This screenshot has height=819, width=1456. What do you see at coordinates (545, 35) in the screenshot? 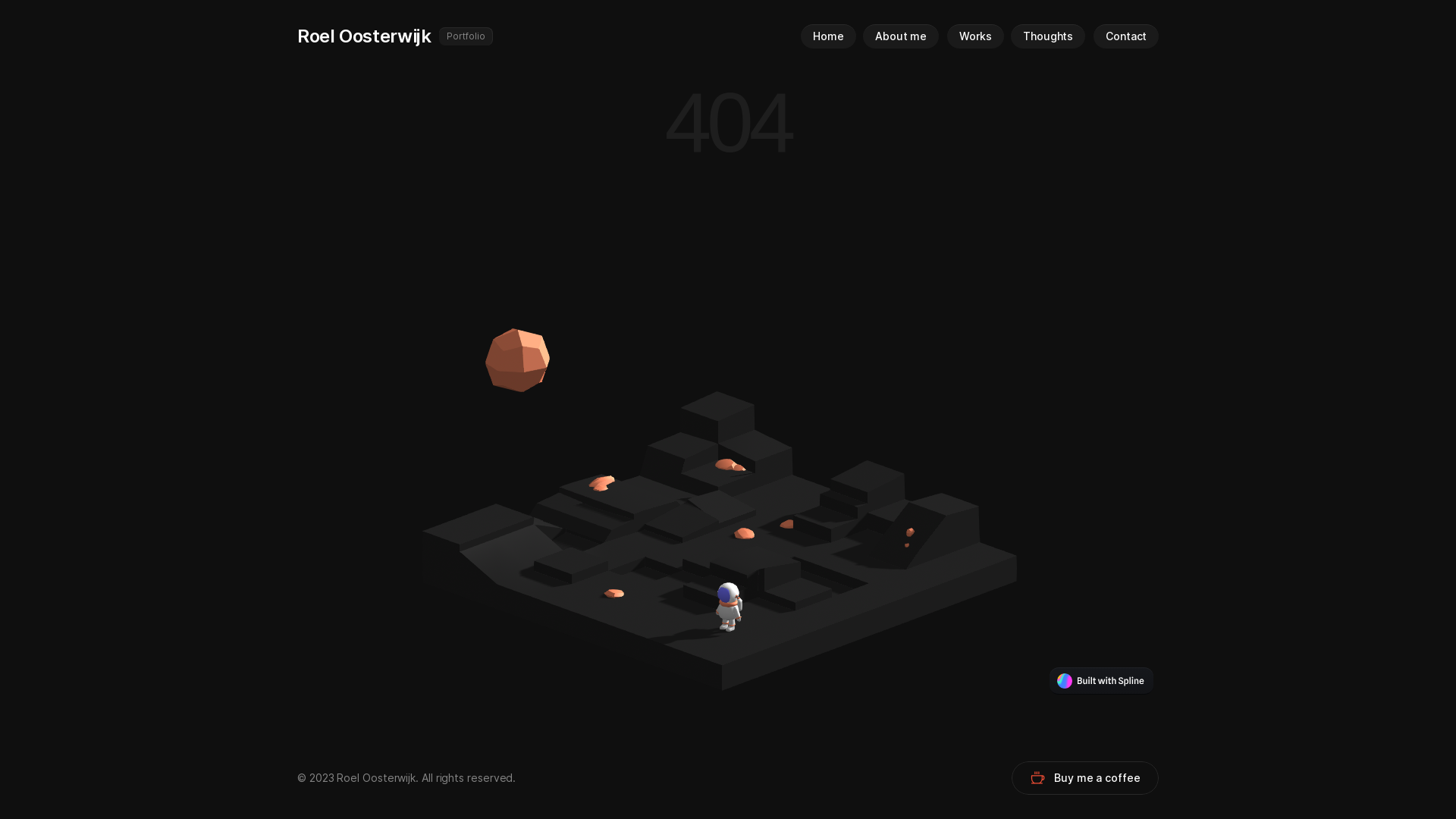
I see `'Roel Oosterwijk` at bounding box center [545, 35].